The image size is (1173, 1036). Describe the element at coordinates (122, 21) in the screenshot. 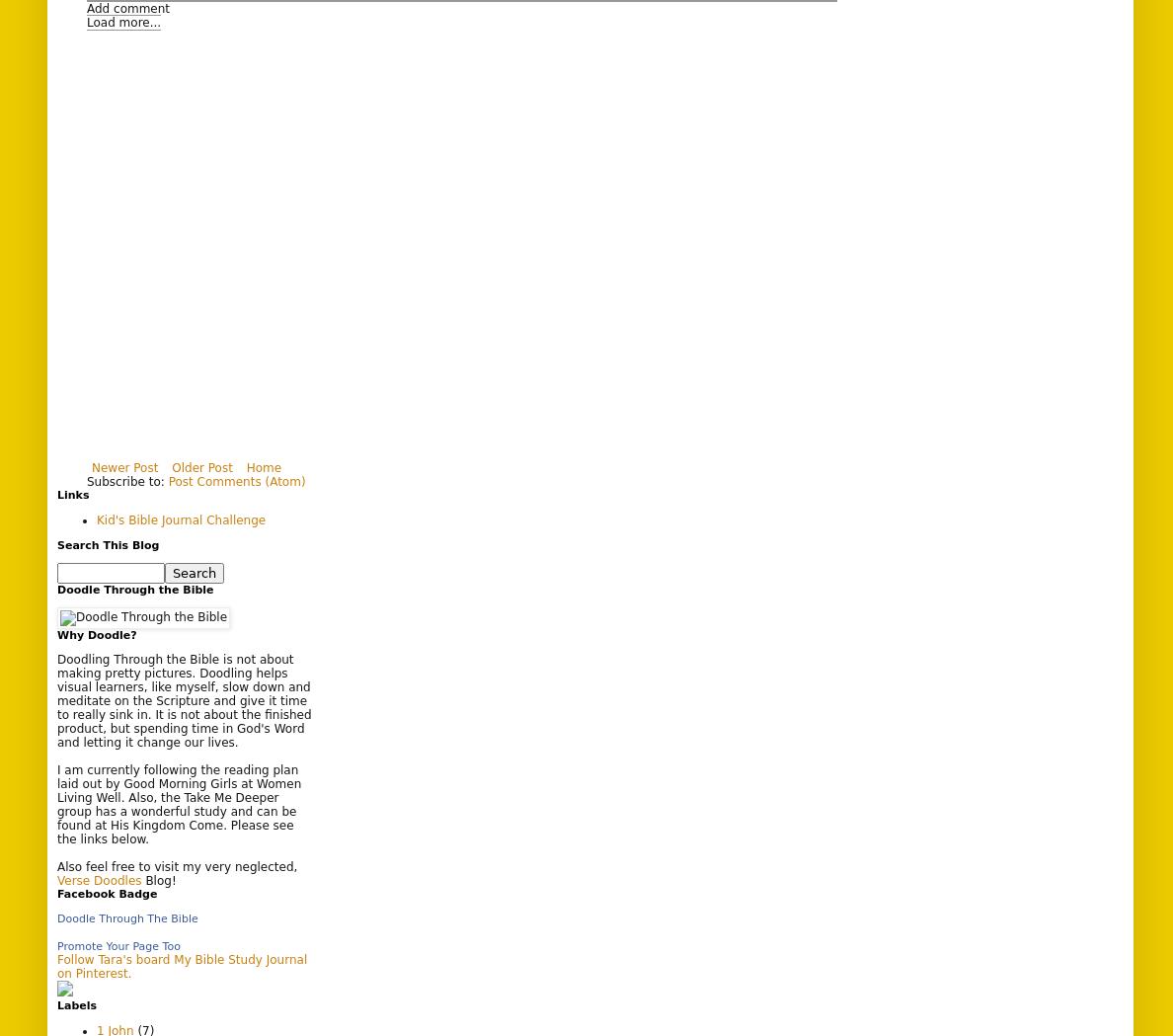

I see `'Load more...'` at that location.